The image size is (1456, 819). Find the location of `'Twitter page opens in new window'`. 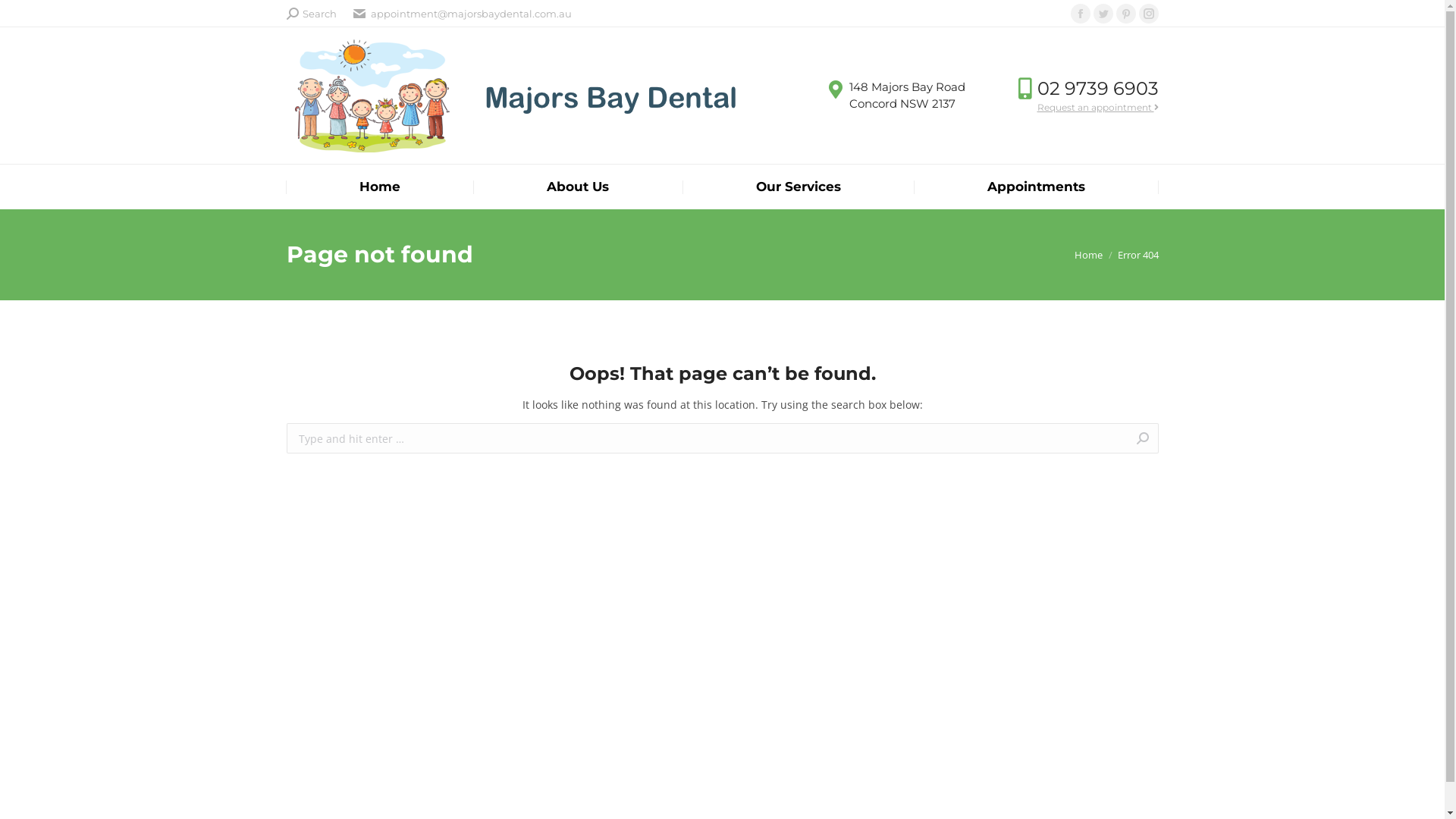

'Twitter page opens in new window' is located at coordinates (1103, 14).